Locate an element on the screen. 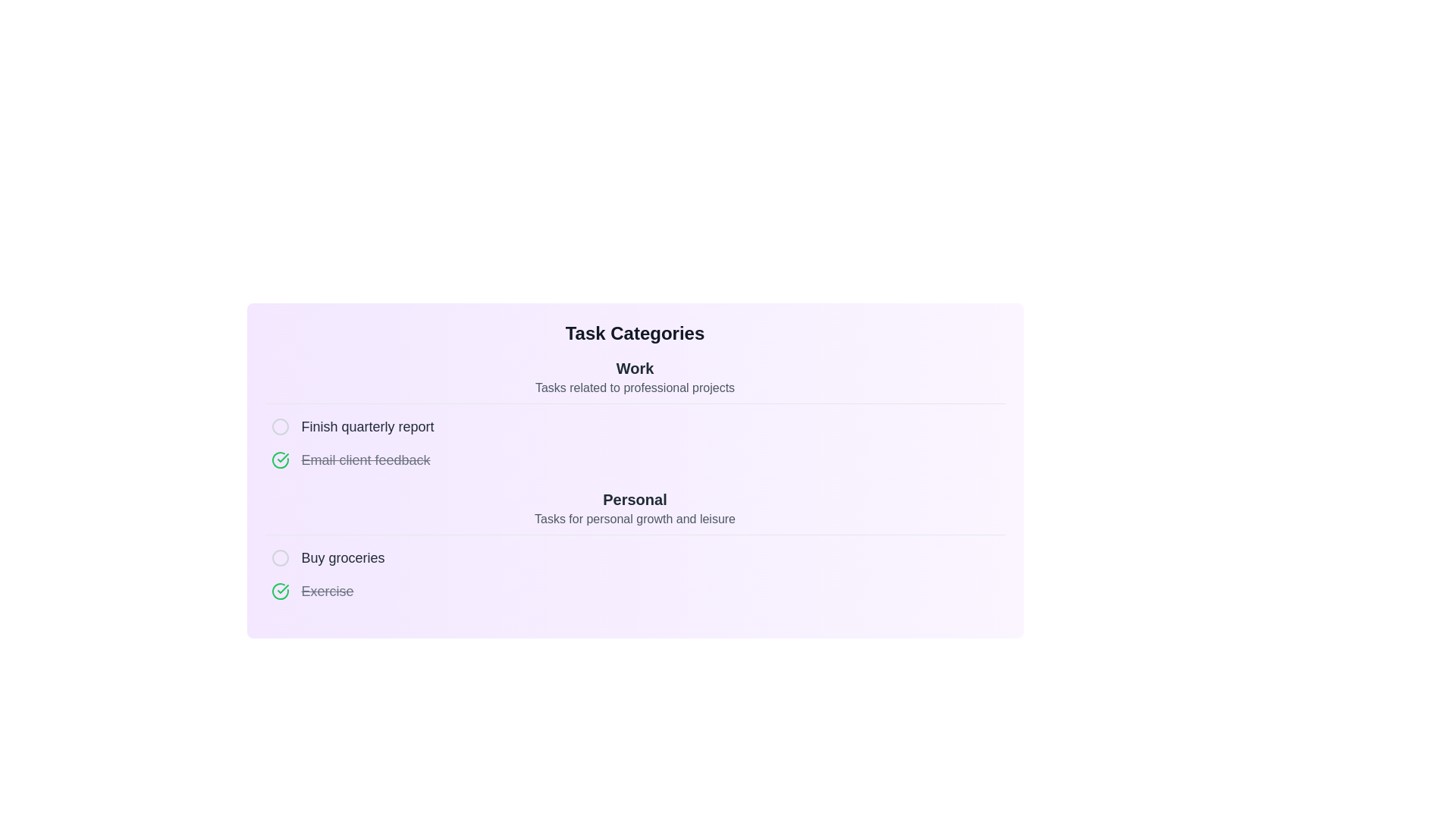 Image resolution: width=1456 pixels, height=819 pixels. the checkbox for the task 'Buy groceries' is located at coordinates (280, 558).